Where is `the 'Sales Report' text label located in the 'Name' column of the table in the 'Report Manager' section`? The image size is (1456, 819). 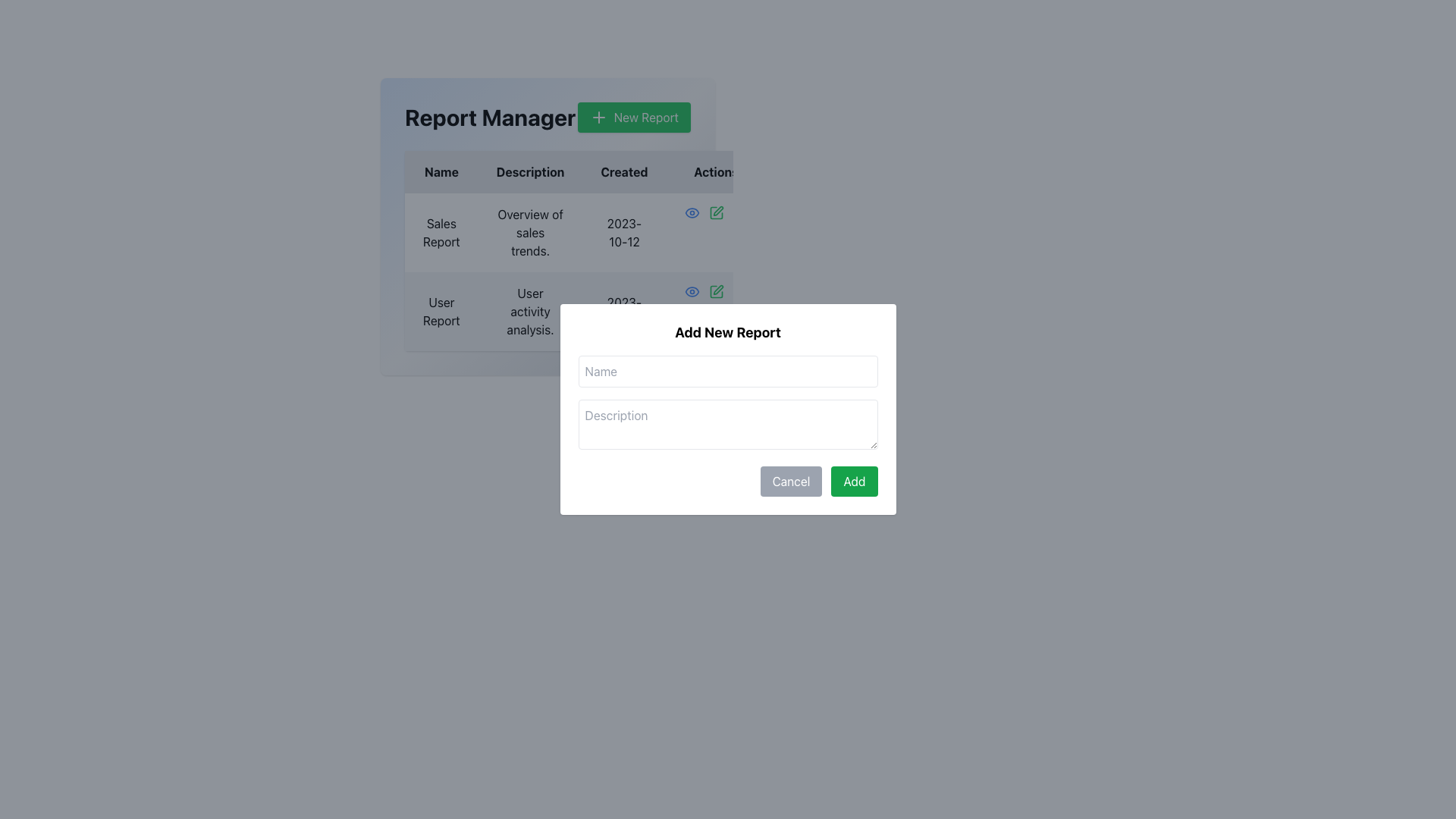 the 'Sales Report' text label located in the 'Name' column of the table in the 'Report Manager' section is located at coordinates (441, 233).